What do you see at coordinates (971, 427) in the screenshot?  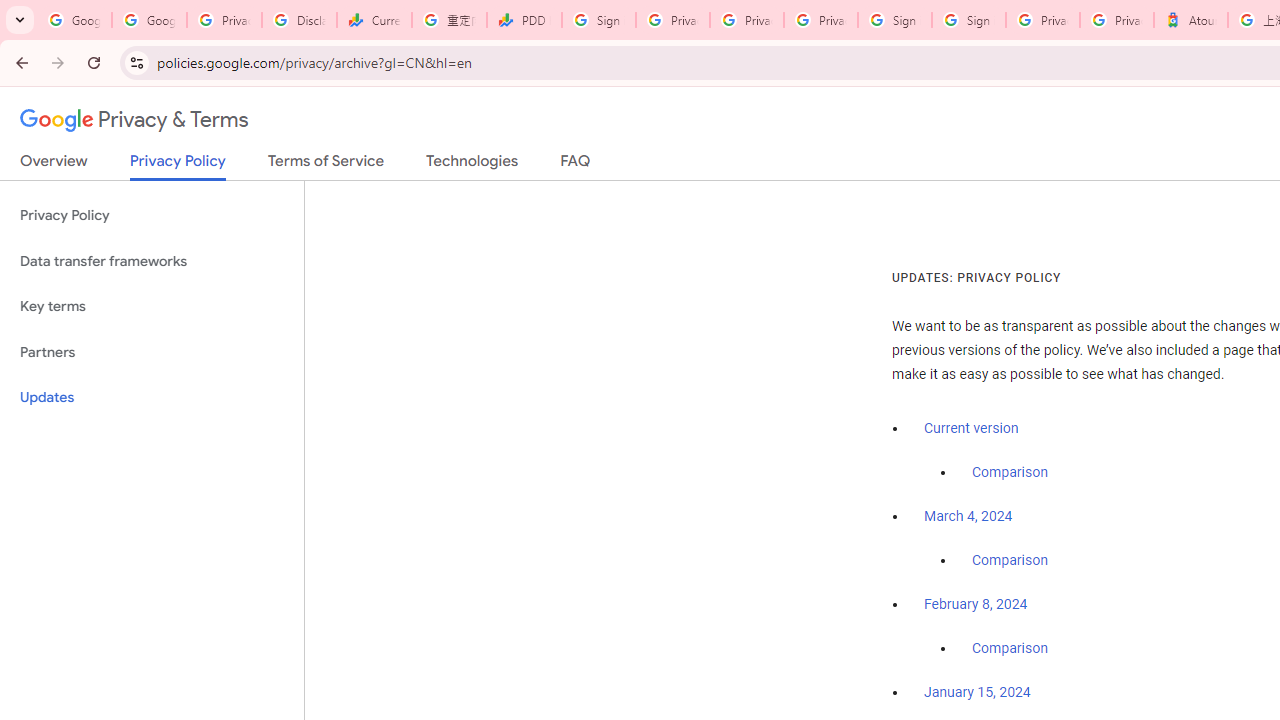 I see `'Current version'` at bounding box center [971, 427].